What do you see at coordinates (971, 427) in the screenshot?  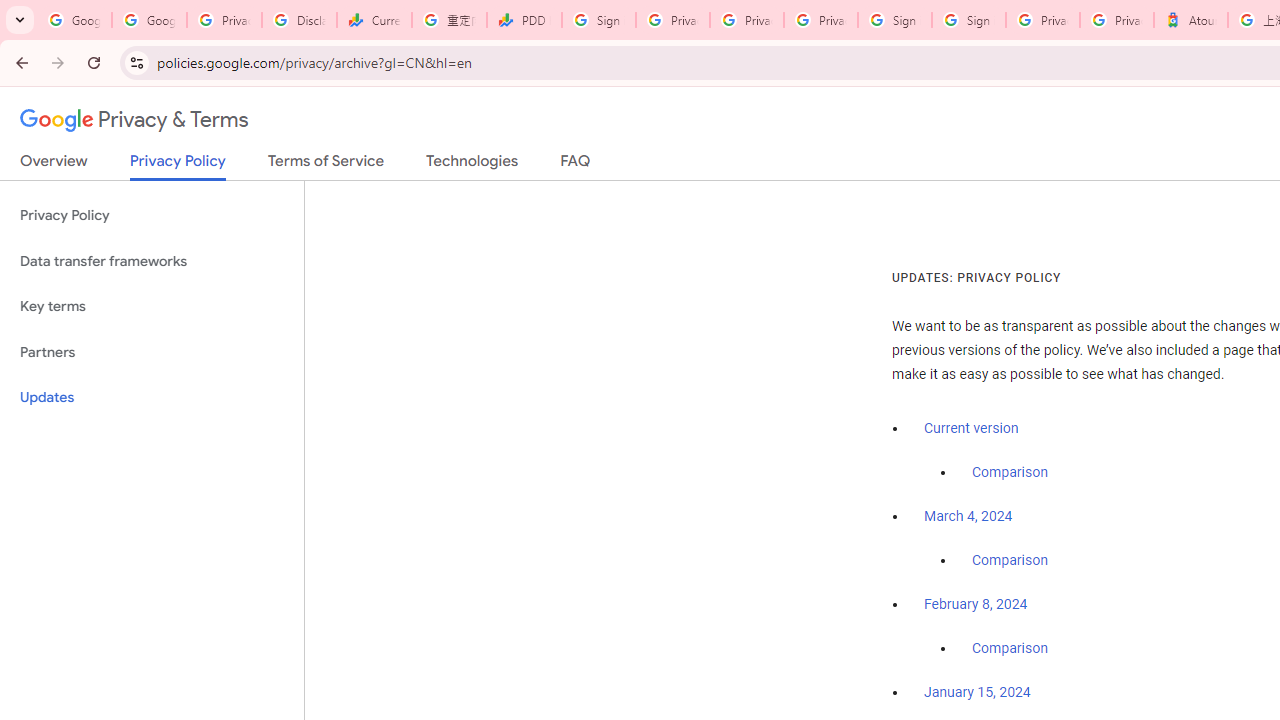 I see `'Current version'` at bounding box center [971, 427].